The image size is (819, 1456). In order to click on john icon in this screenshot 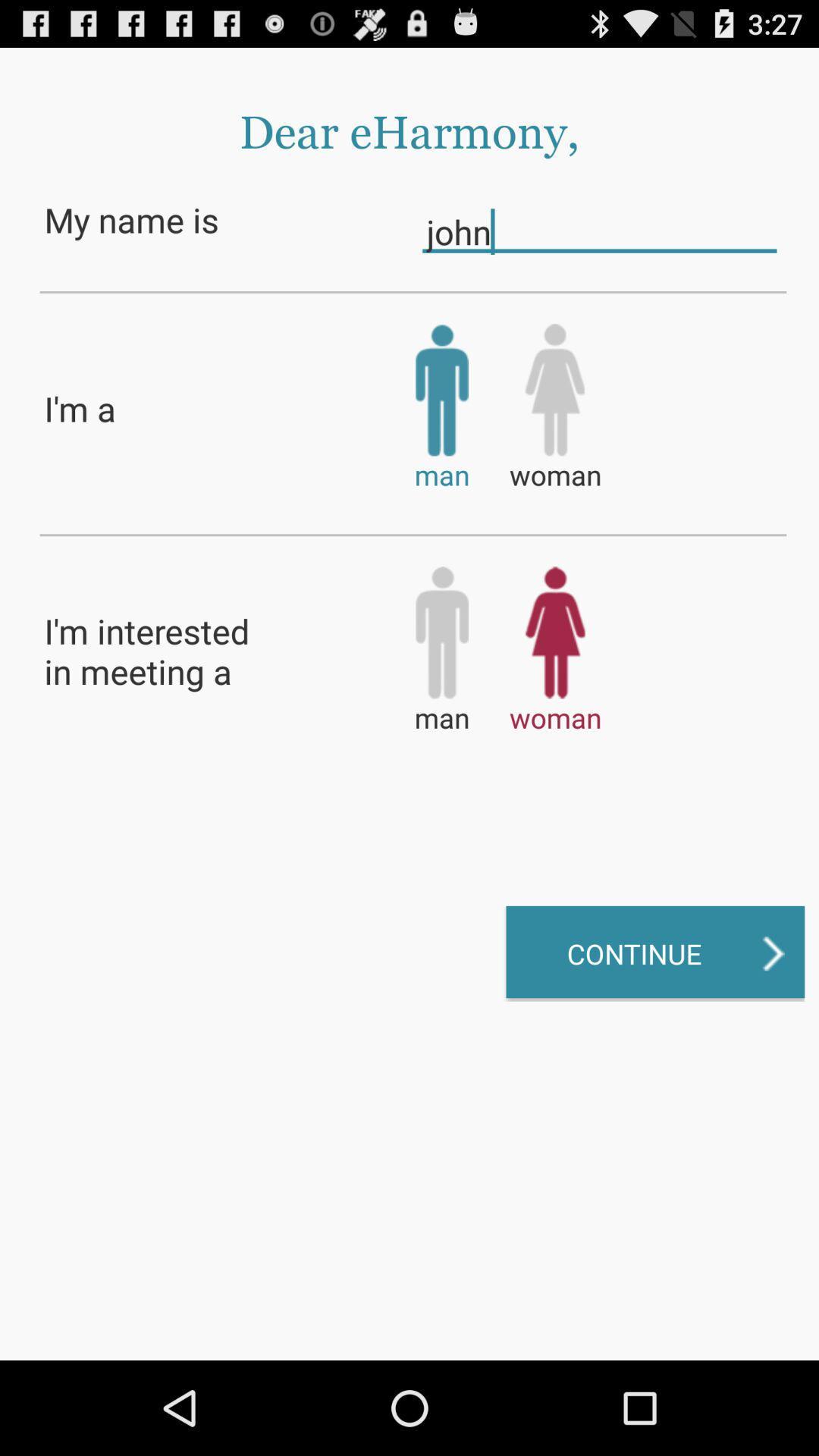, I will do `click(598, 231)`.